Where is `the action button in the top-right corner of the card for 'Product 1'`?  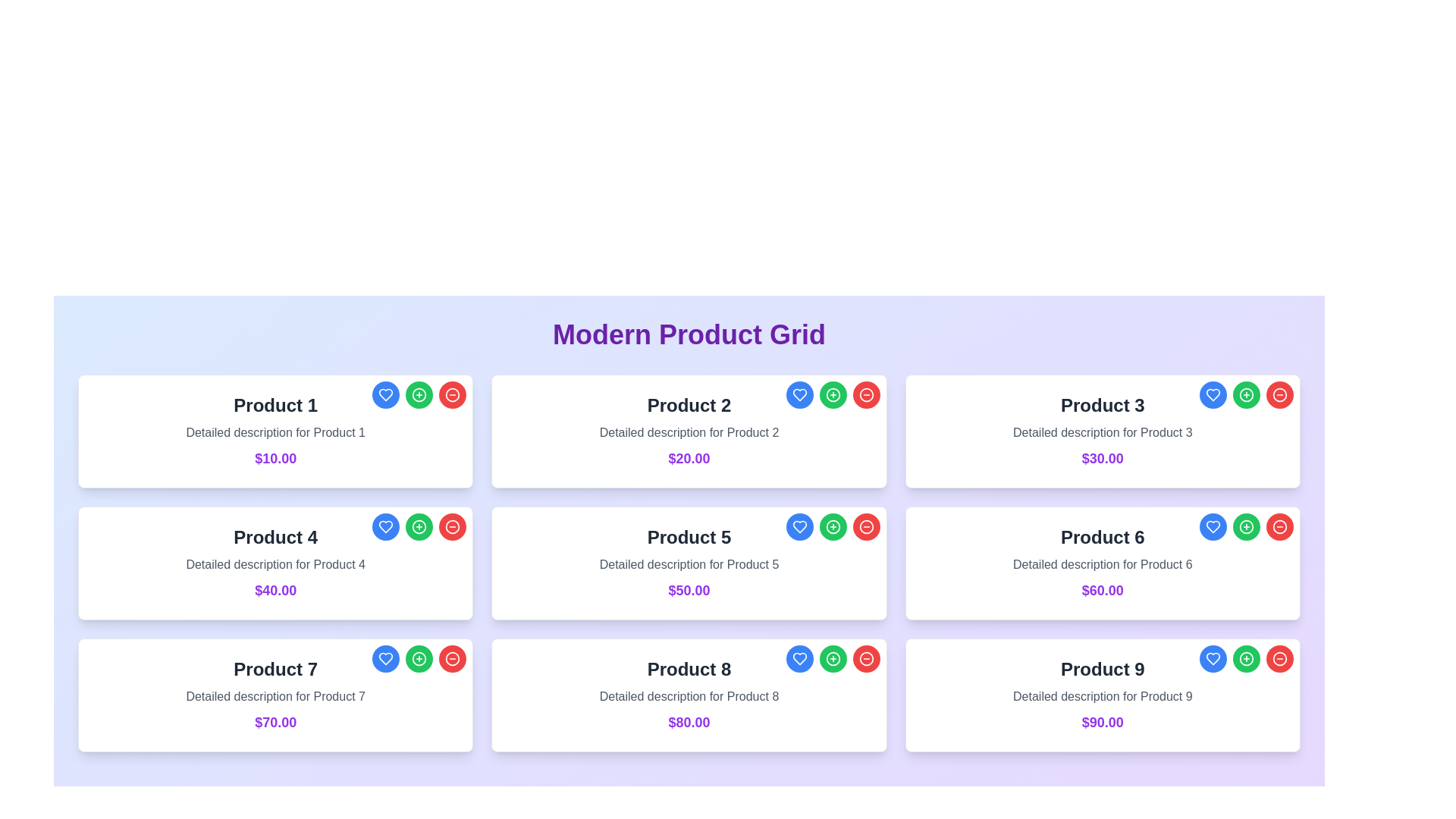
the action button in the top-right corner of the card for 'Product 1' is located at coordinates (419, 394).